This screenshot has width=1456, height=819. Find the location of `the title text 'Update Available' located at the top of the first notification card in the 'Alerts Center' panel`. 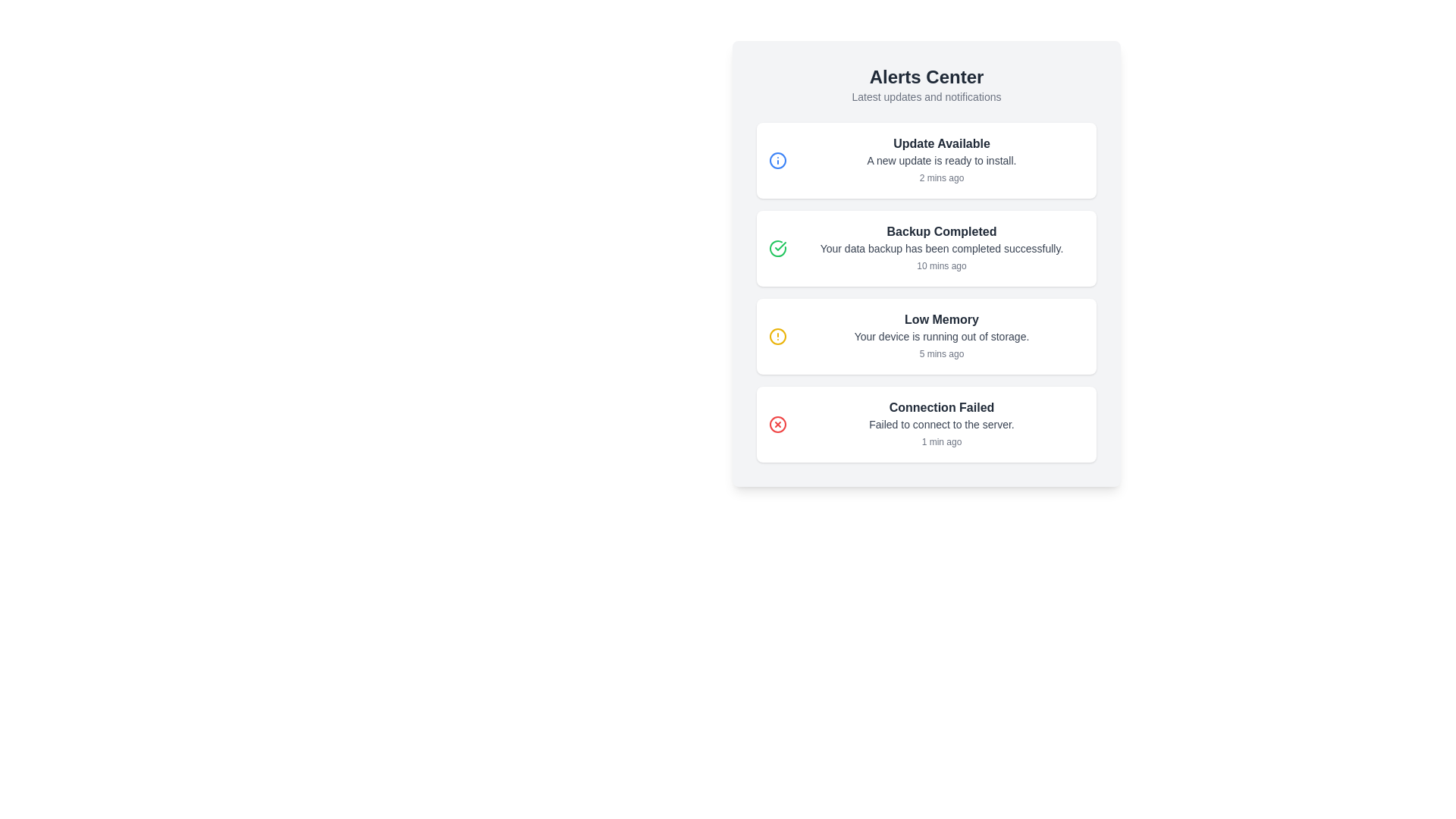

the title text 'Update Available' located at the top of the first notification card in the 'Alerts Center' panel is located at coordinates (941, 143).